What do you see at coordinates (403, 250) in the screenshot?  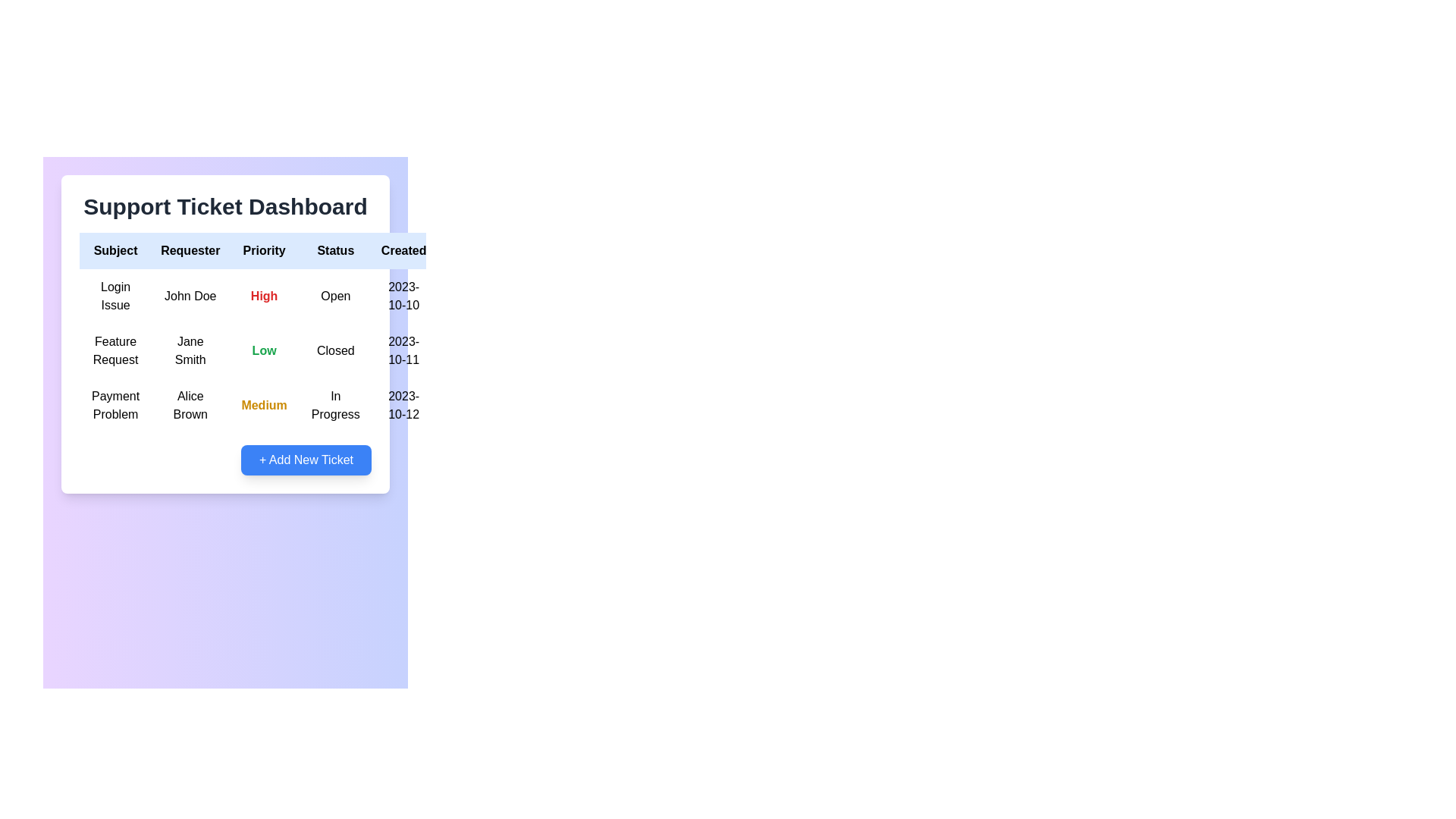 I see `the 'Created' table header cell to sort the column` at bounding box center [403, 250].